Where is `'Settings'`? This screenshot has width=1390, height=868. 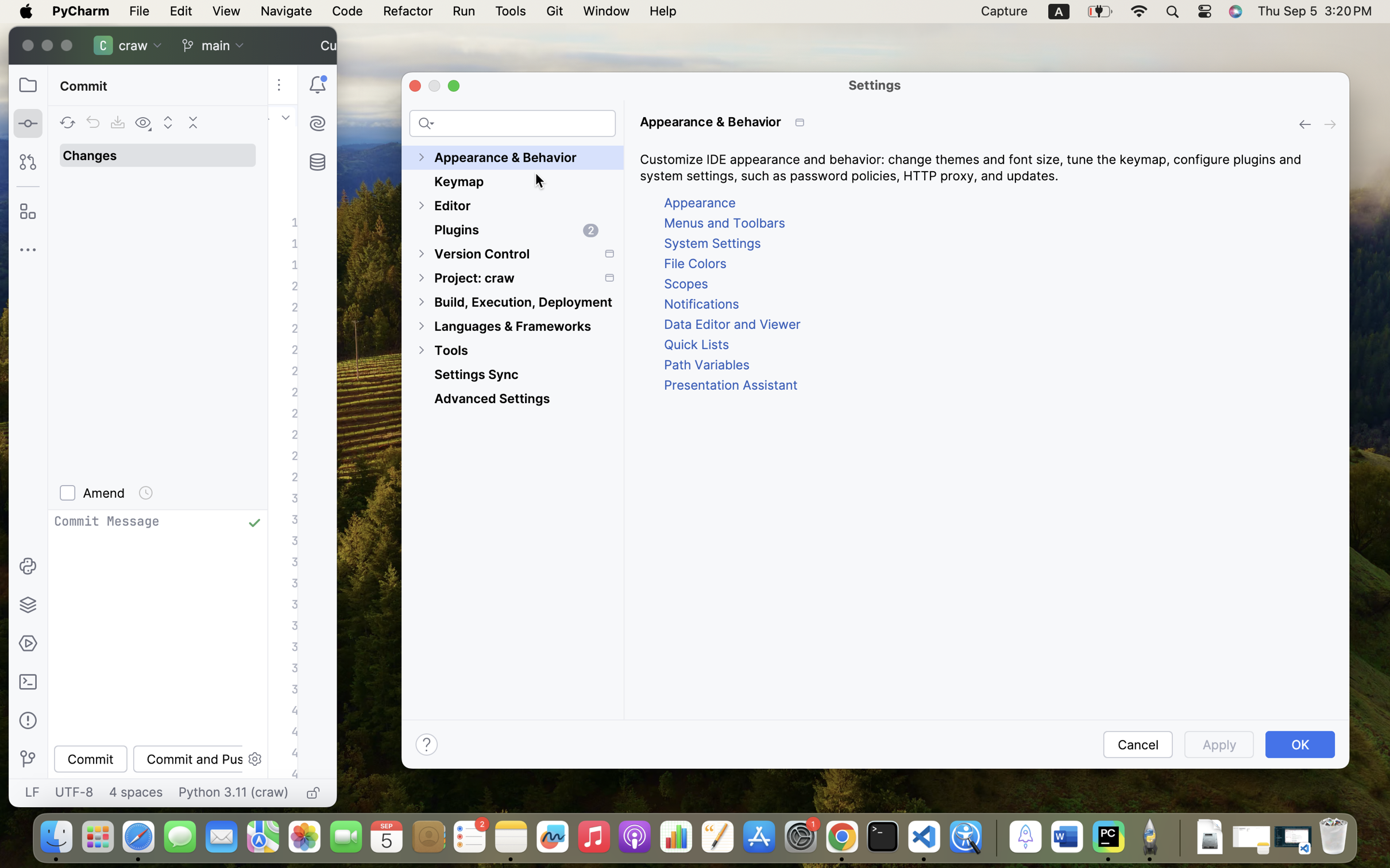 'Settings' is located at coordinates (875, 85).